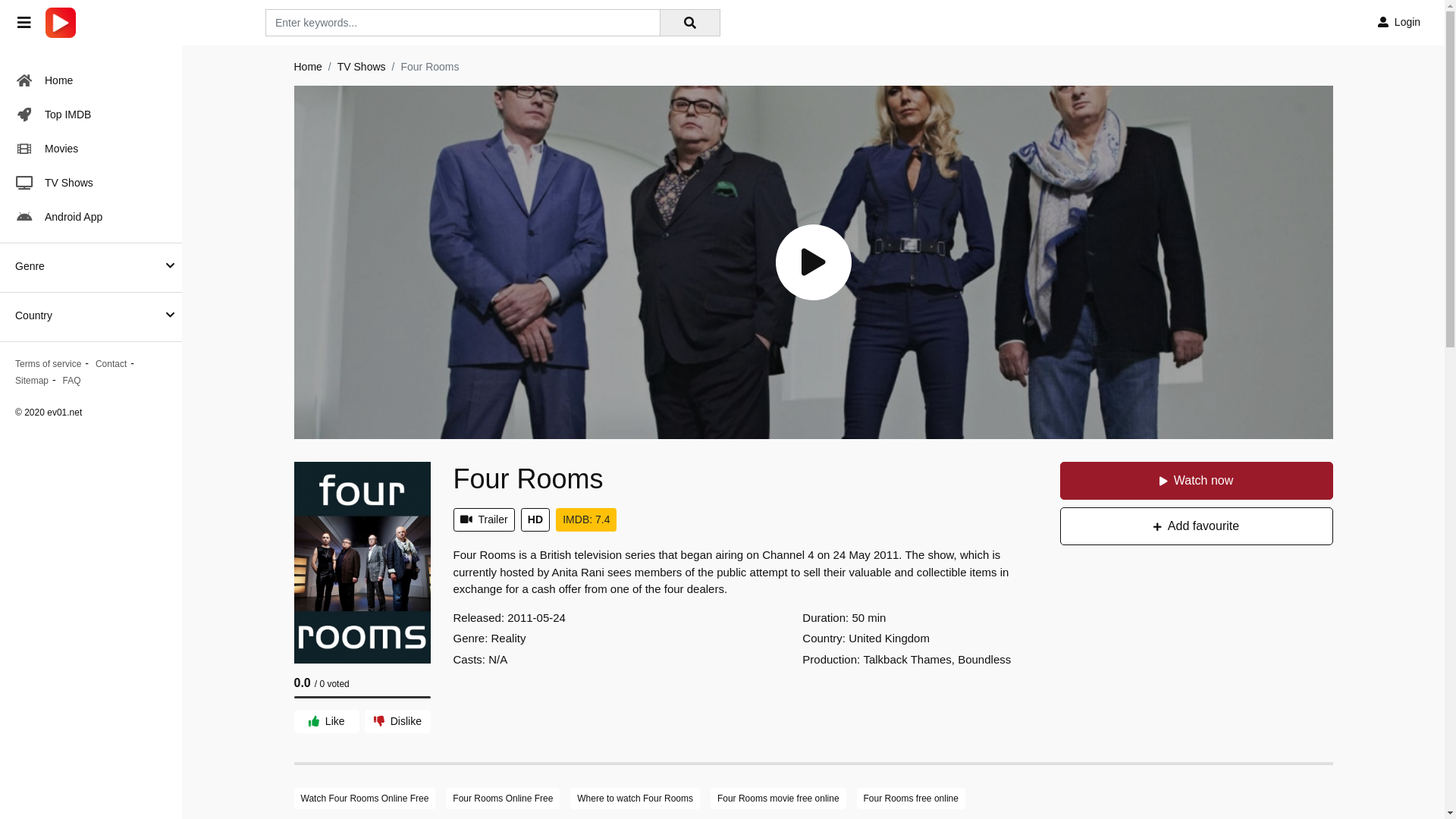 The width and height of the screenshot is (1456, 819). I want to click on 'Android App', so click(90, 216).